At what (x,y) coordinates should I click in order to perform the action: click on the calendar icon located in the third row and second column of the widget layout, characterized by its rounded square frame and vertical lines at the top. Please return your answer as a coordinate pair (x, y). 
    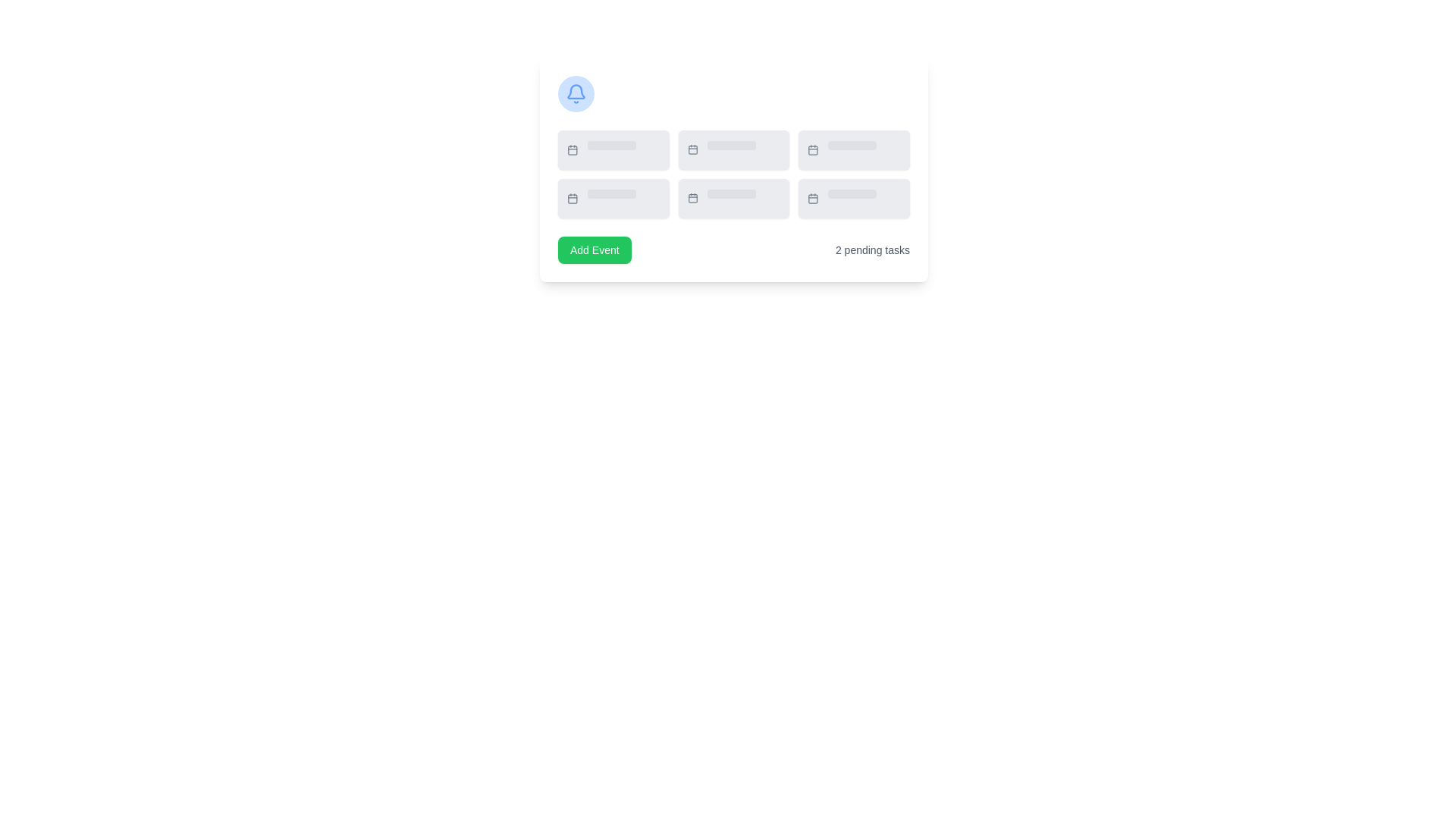
    Looking at the image, I should click on (812, 198).